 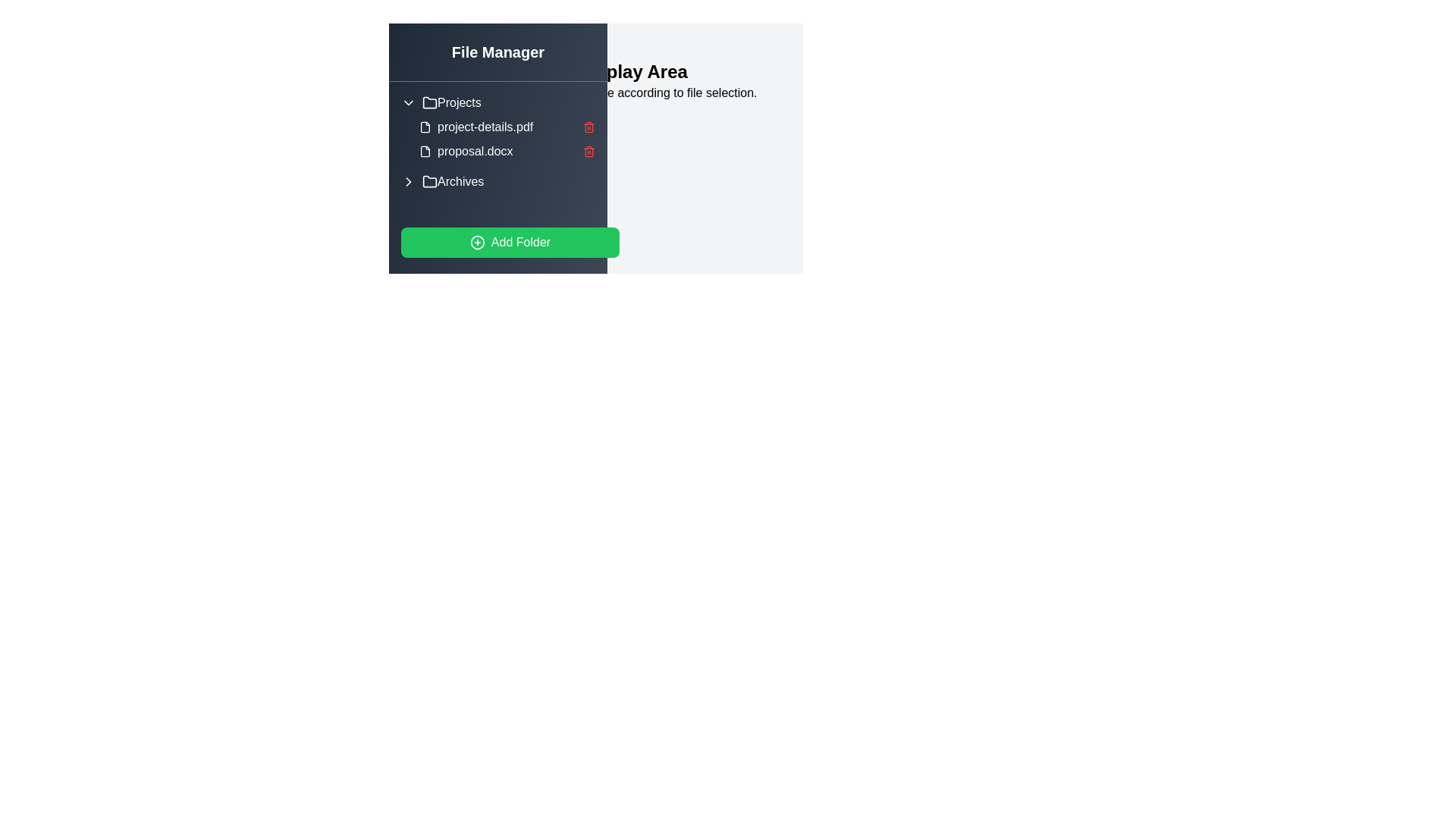 I want to click on the folder icon located in the left-side navigation pane of the File Manager, positioned next to the text 'Projects', so click(x=428, y=102).